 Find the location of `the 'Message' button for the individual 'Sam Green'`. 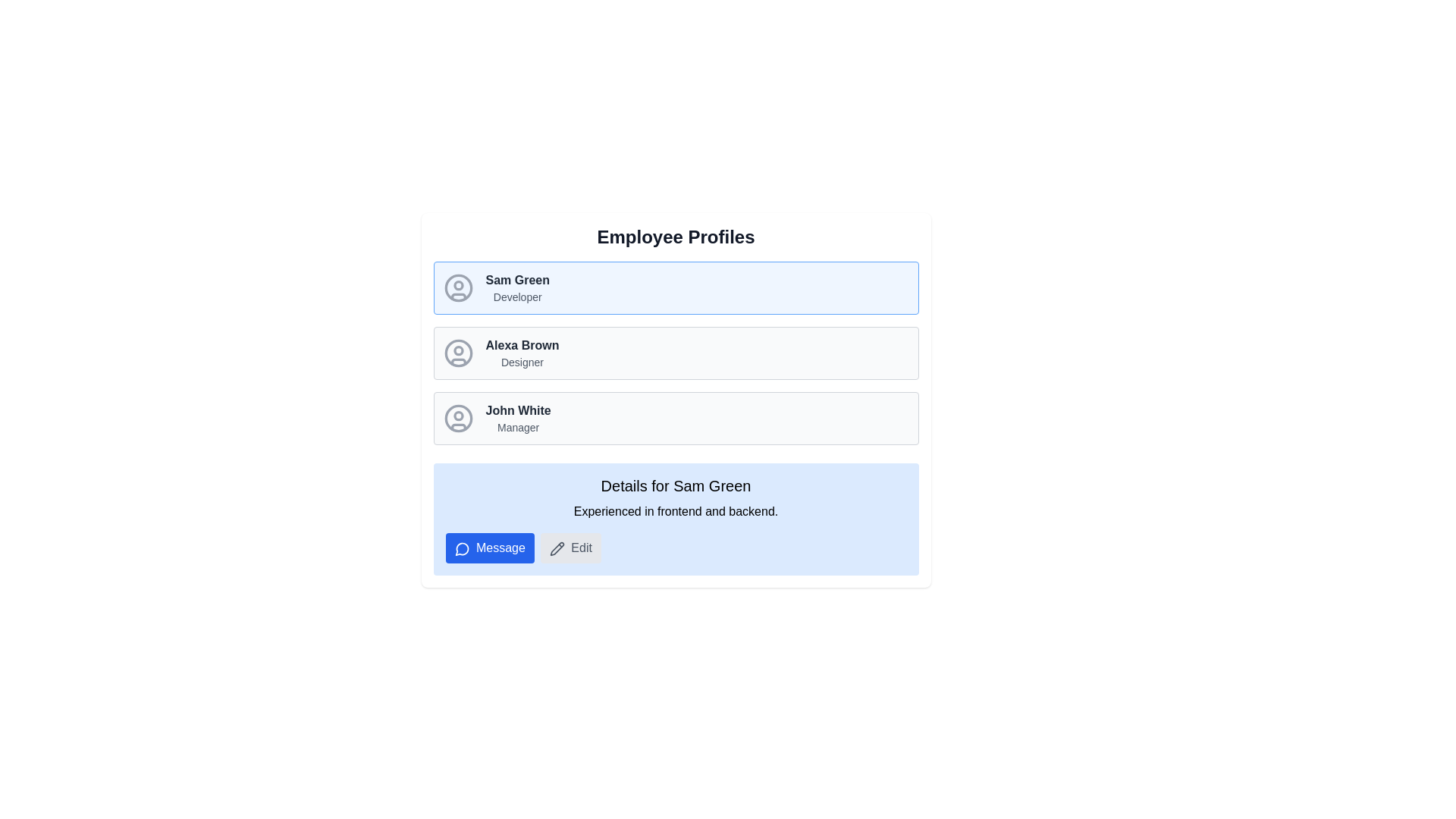

the 'Message' button for the individual 'Sam Green' is located at coordinates (461, 549).